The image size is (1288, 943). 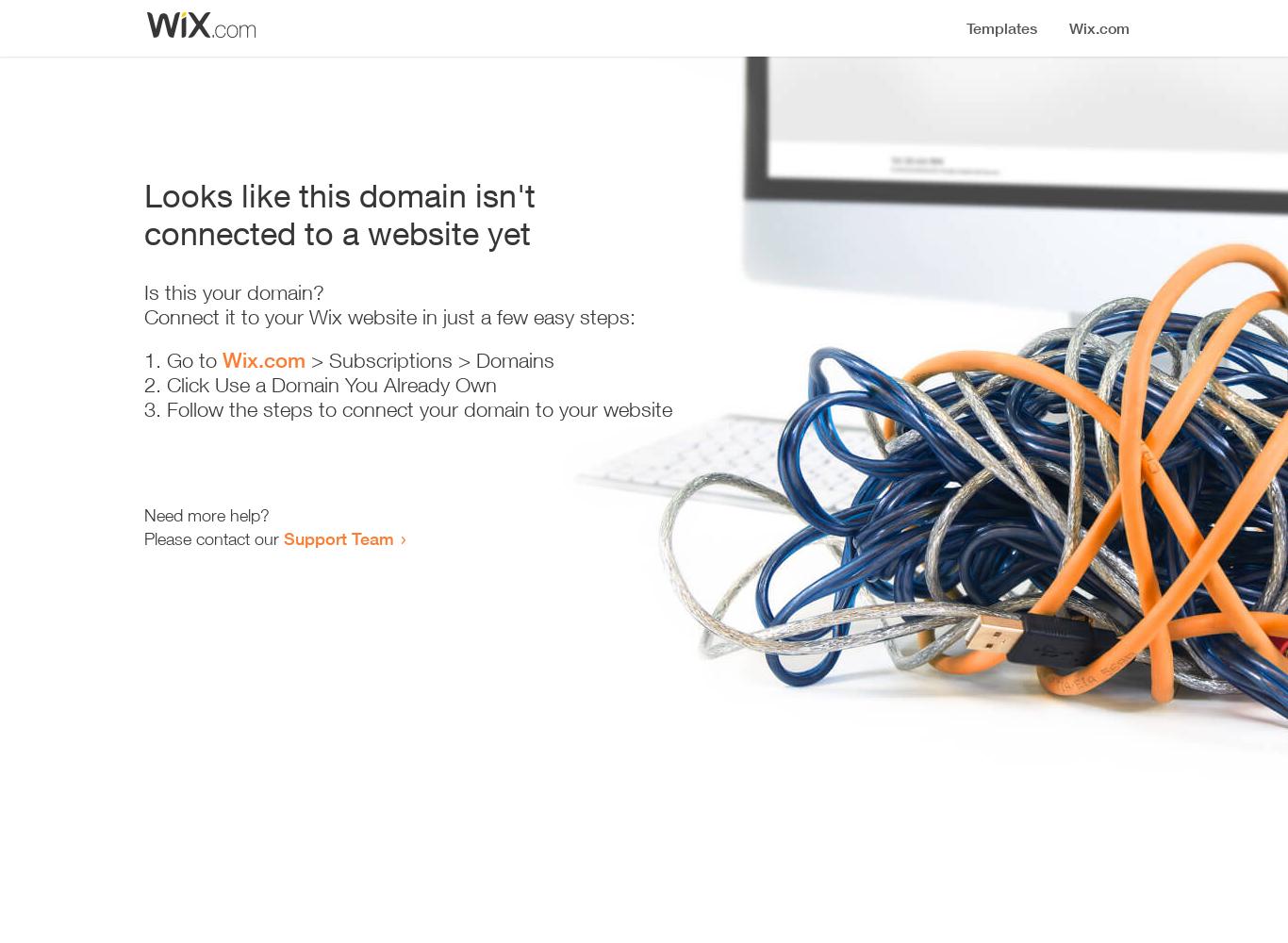 I want to click on 'Connect it to your Wix website in just a few easy steps:', so click(x=388, y=316).